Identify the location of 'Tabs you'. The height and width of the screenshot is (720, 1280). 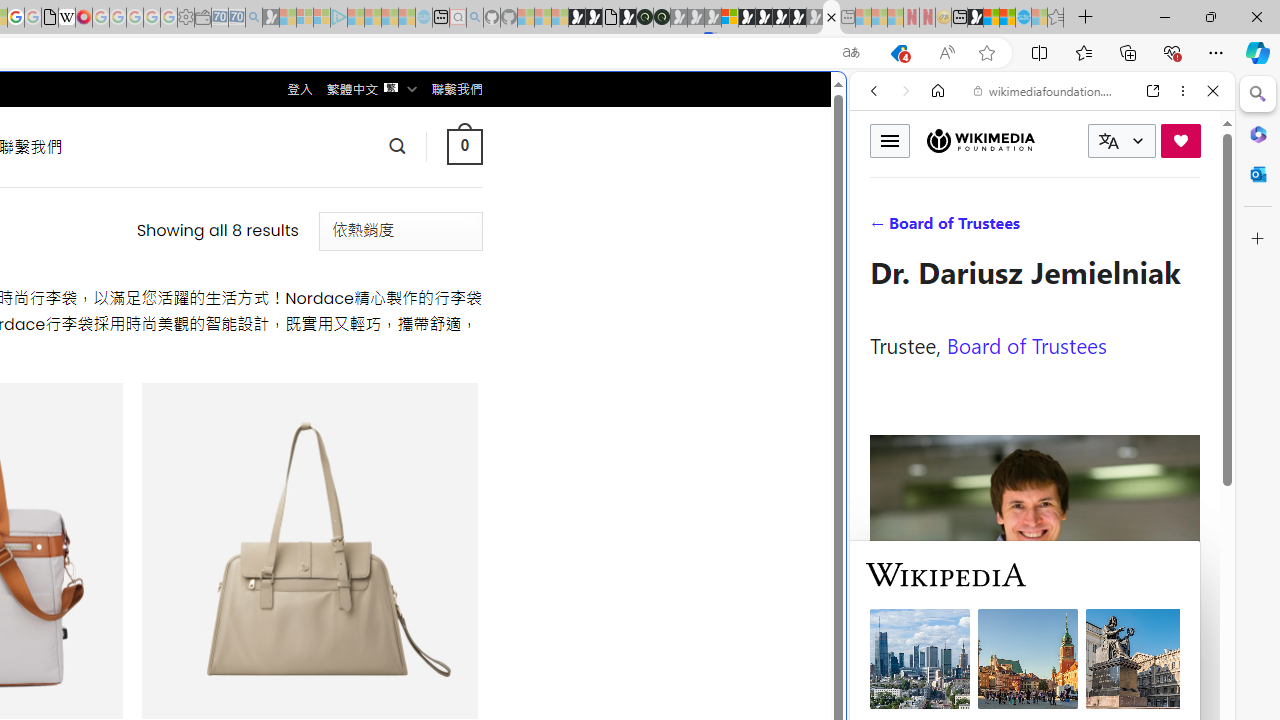
(276, 265).